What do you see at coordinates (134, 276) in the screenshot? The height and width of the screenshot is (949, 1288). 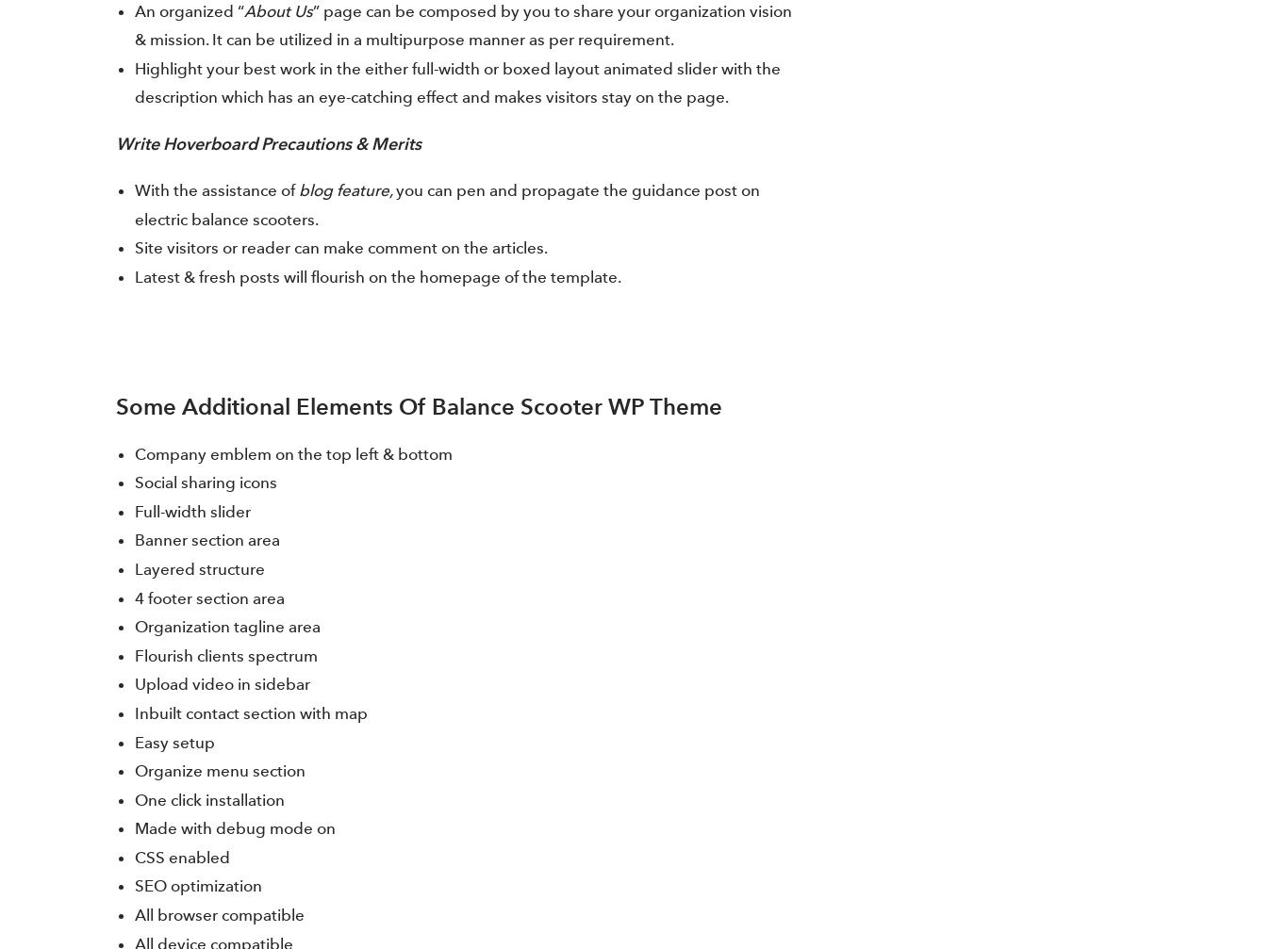 I see `'Latest & fresh posts will flourish on the homepage of the template.'` at bounding box center [134, 276].